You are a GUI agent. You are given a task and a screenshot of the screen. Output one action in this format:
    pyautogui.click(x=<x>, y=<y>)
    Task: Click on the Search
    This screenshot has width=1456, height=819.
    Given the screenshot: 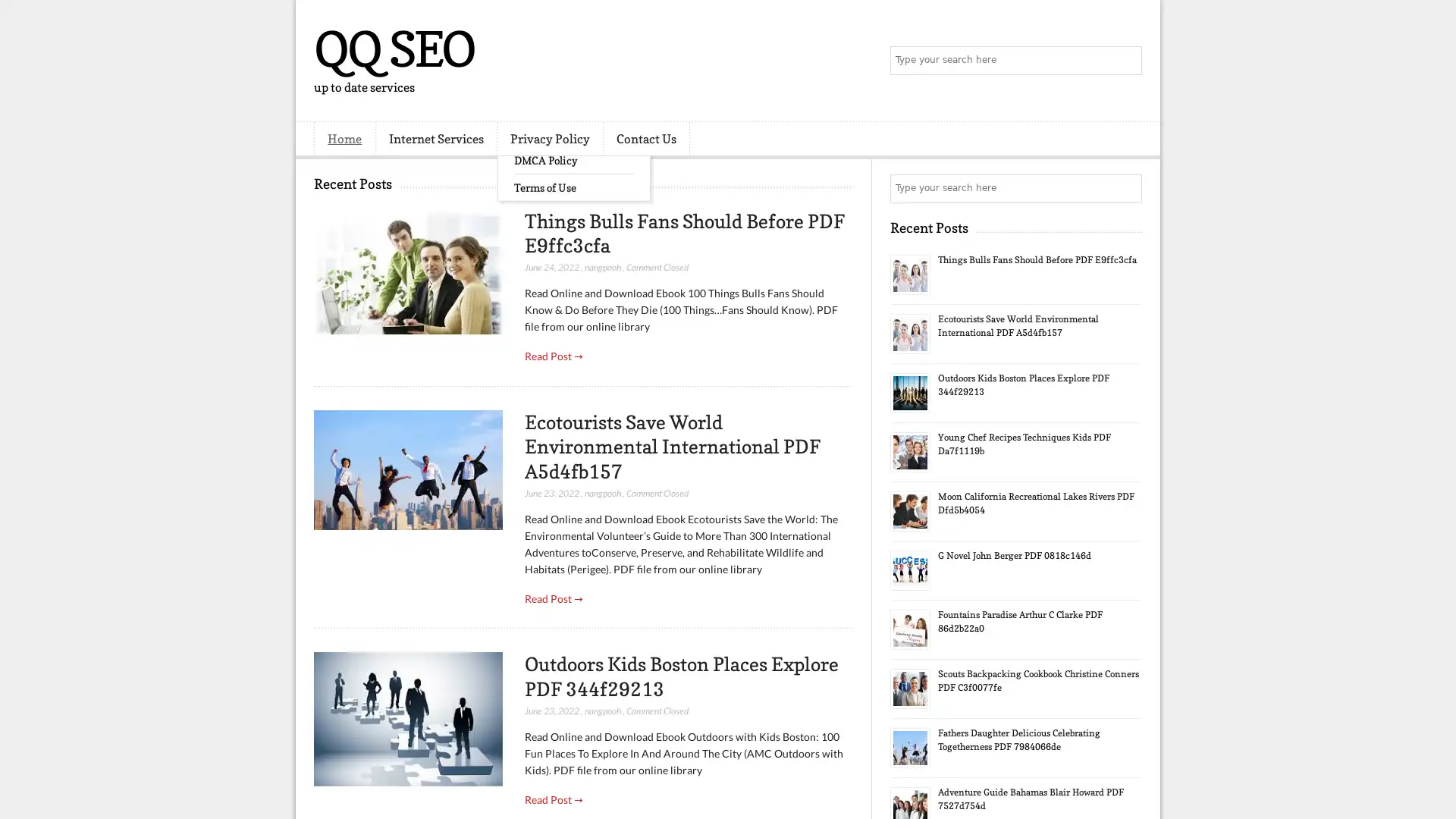 What is the action you would take?
    pyautogui.click(x=1126, y=188)
    